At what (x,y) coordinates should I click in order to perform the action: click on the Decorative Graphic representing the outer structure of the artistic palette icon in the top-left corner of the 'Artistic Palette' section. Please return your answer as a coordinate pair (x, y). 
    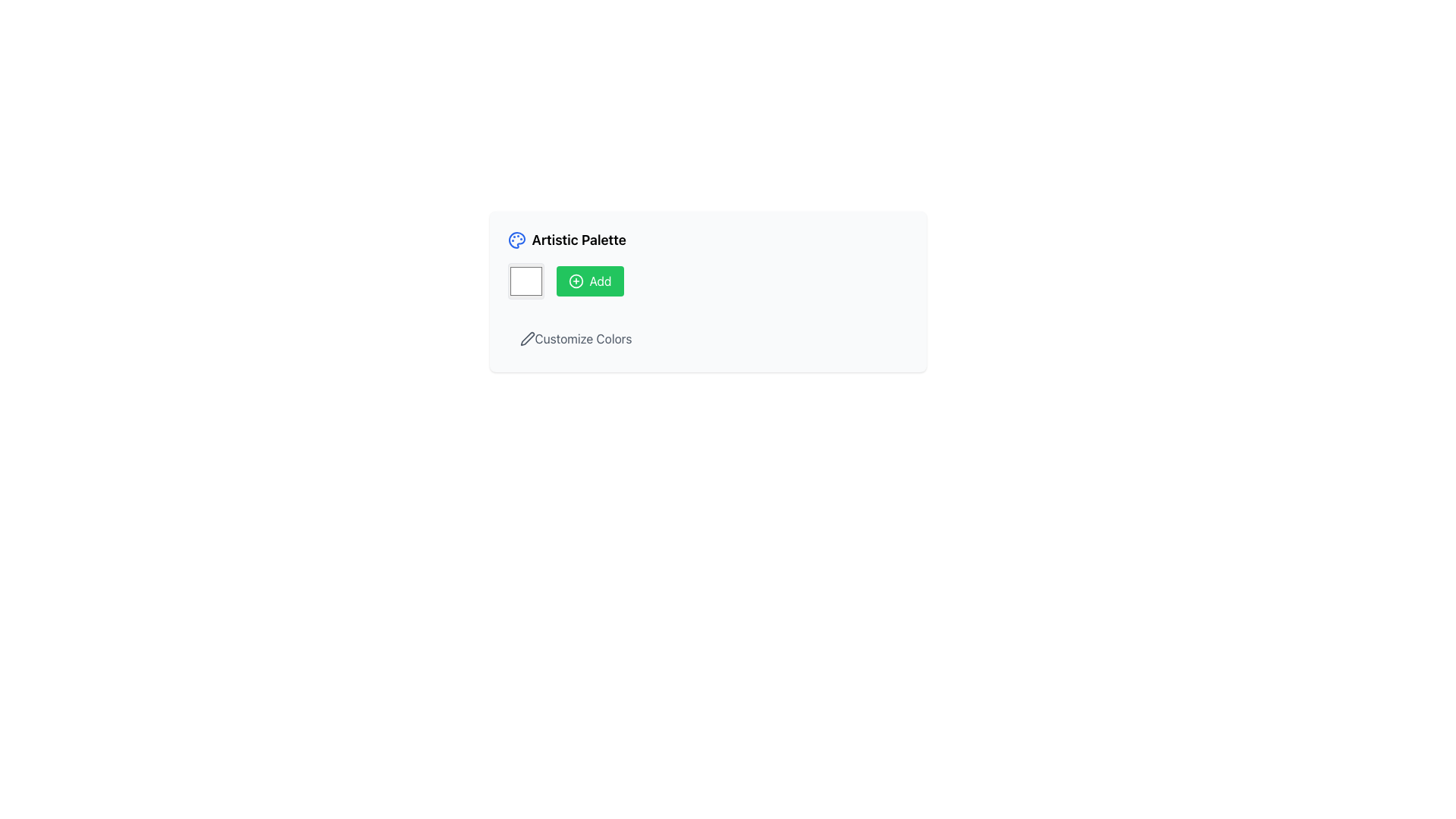
    Looking at the image, I should click on (516, 239).